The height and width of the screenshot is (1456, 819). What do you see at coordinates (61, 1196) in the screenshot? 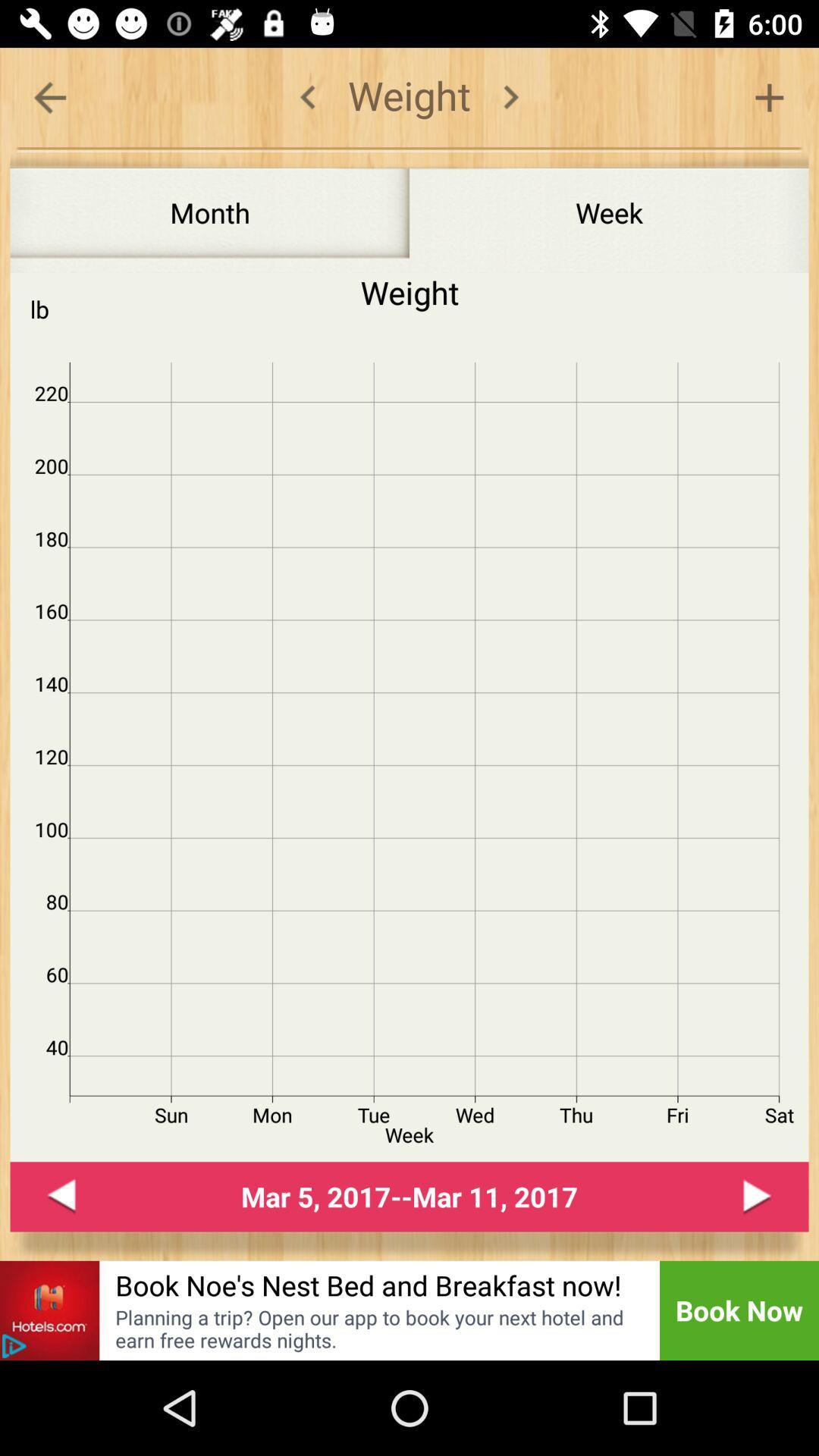
I see `go back` at bounding box center [61, 1196].